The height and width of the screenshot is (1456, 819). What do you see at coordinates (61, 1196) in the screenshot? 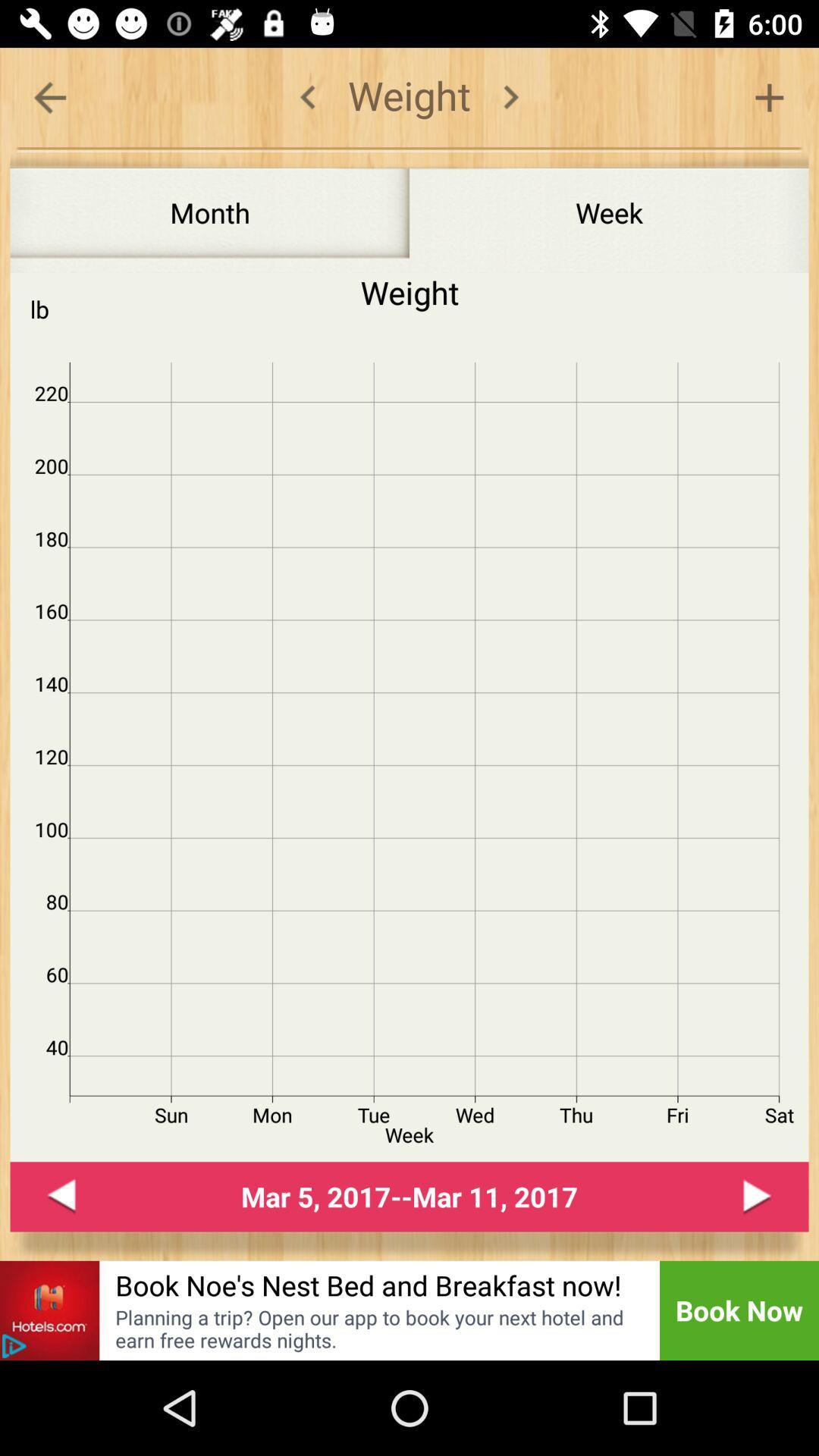
I see `go back` at bounding box center [61, 1196].